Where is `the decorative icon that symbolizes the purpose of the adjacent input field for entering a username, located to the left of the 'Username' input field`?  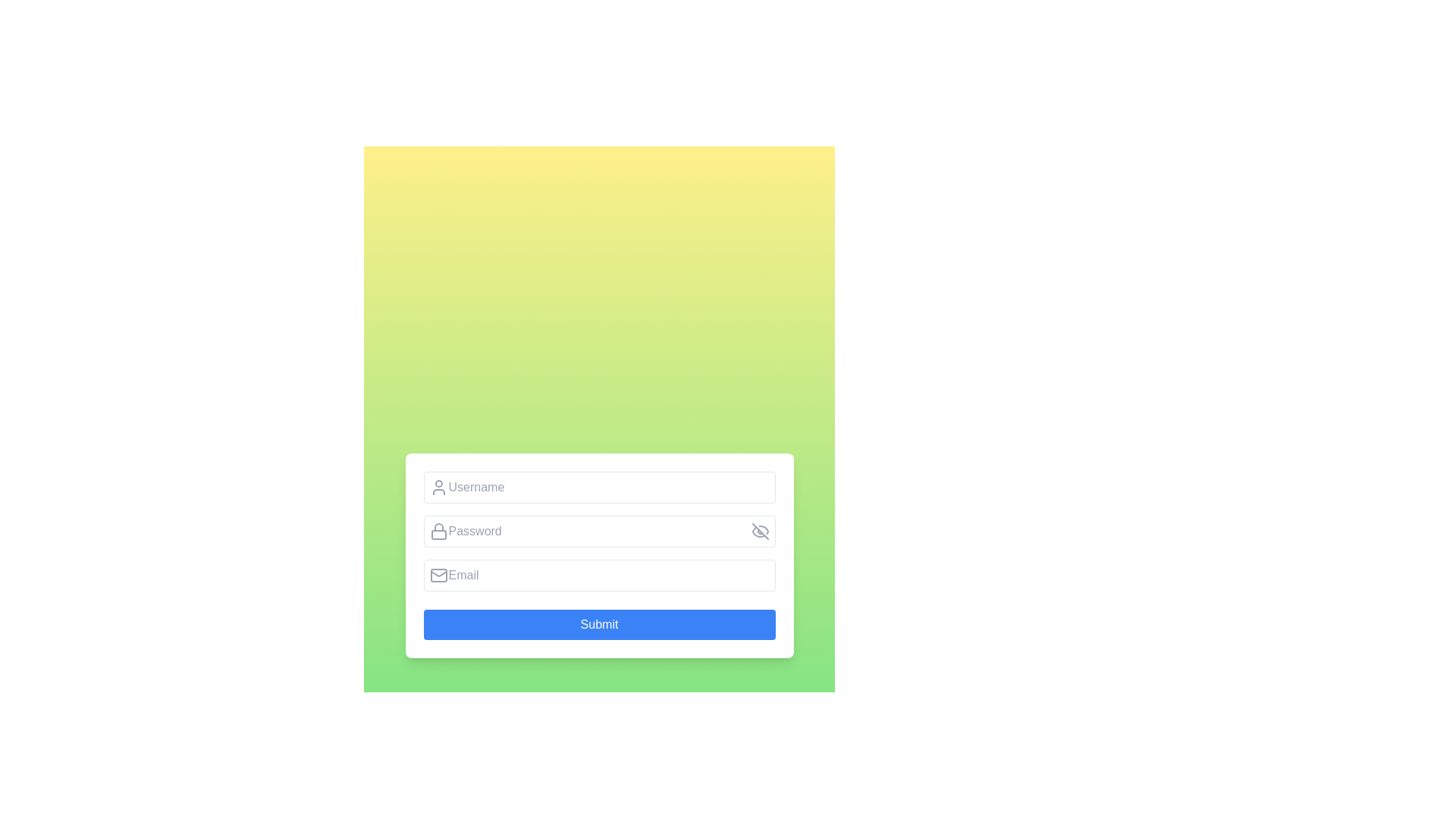
the decorative icon that symbolizes the purpose of the adjacent input field for entering a username, located to the left of the 'Username' input field is located at coordinates (438, 488).